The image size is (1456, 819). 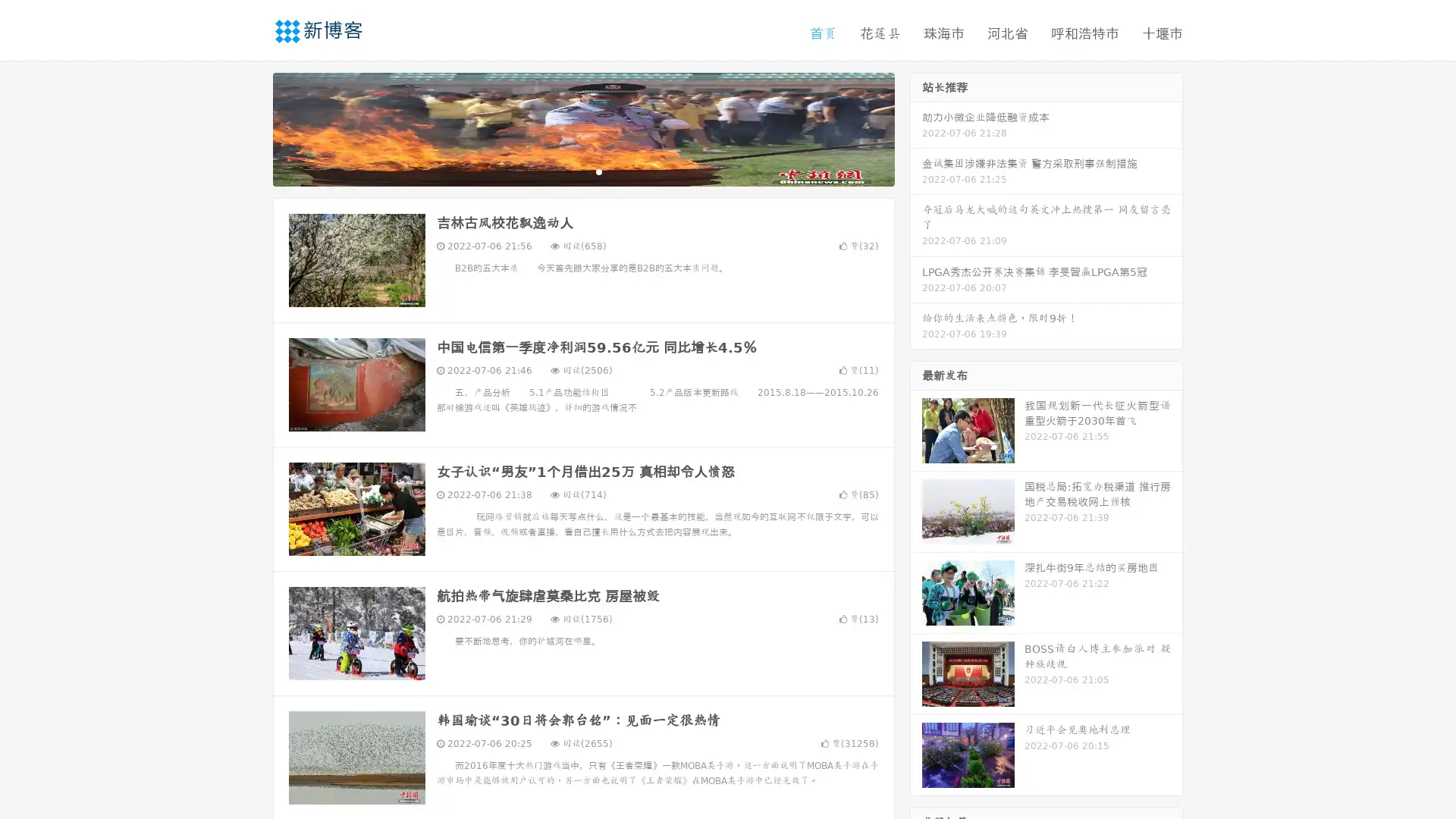 I want to click on Go to slide 1, so click(x=567, y=171).